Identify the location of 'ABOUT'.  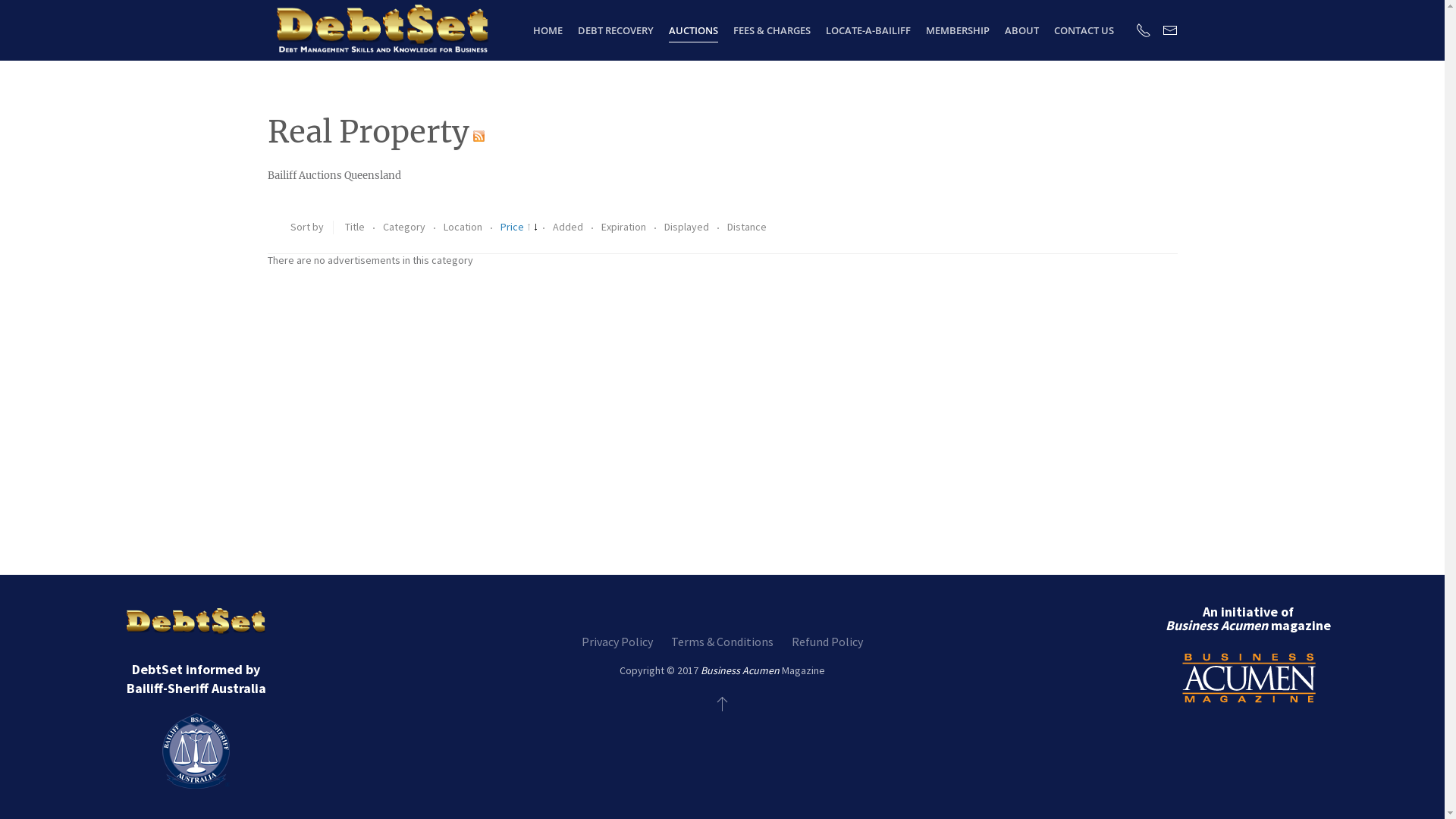
(1021, 30).